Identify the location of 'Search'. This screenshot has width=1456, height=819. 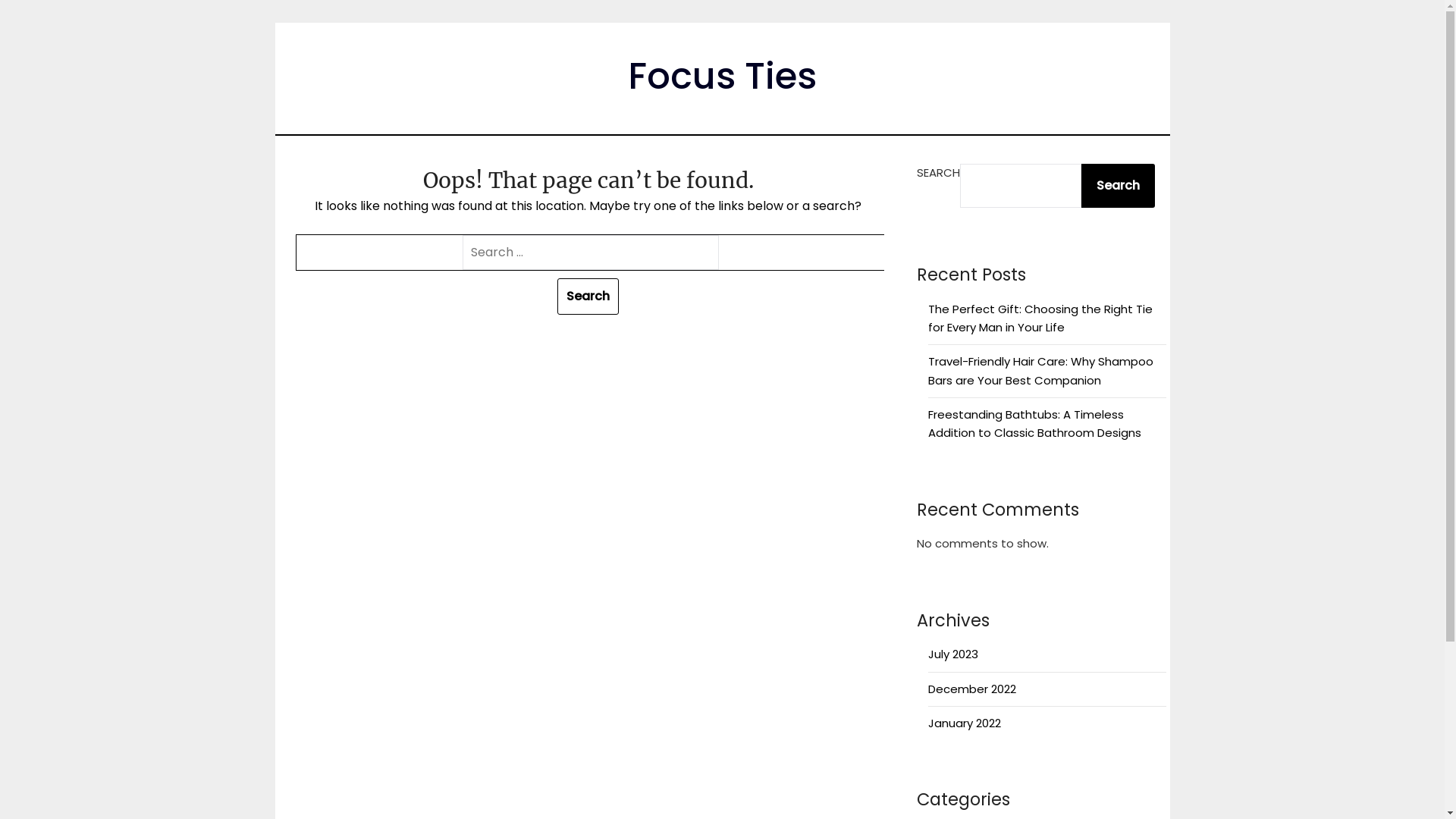
(1118, 185).